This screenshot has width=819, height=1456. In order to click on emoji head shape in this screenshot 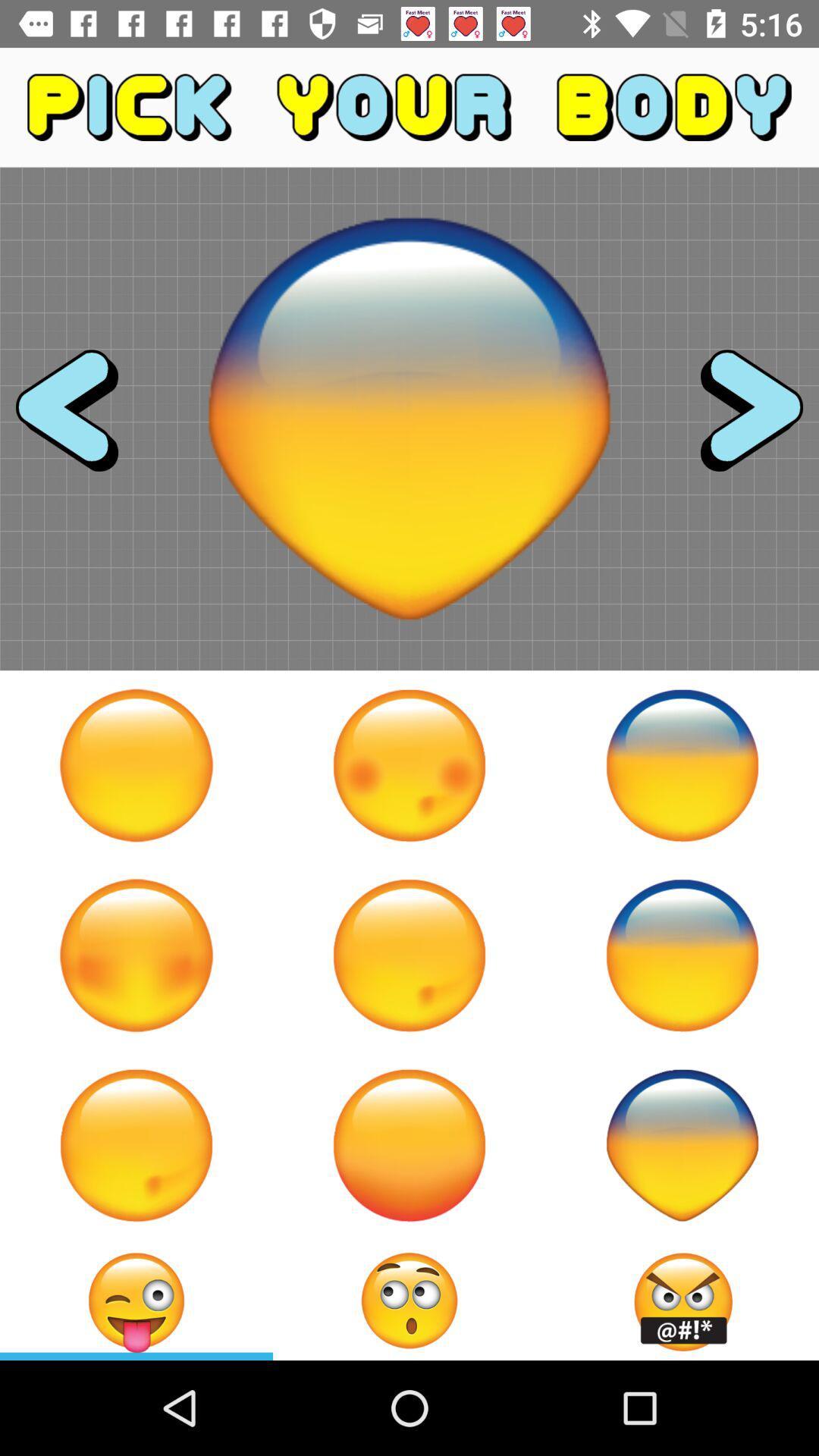, I will do `click(681, 1145)`.